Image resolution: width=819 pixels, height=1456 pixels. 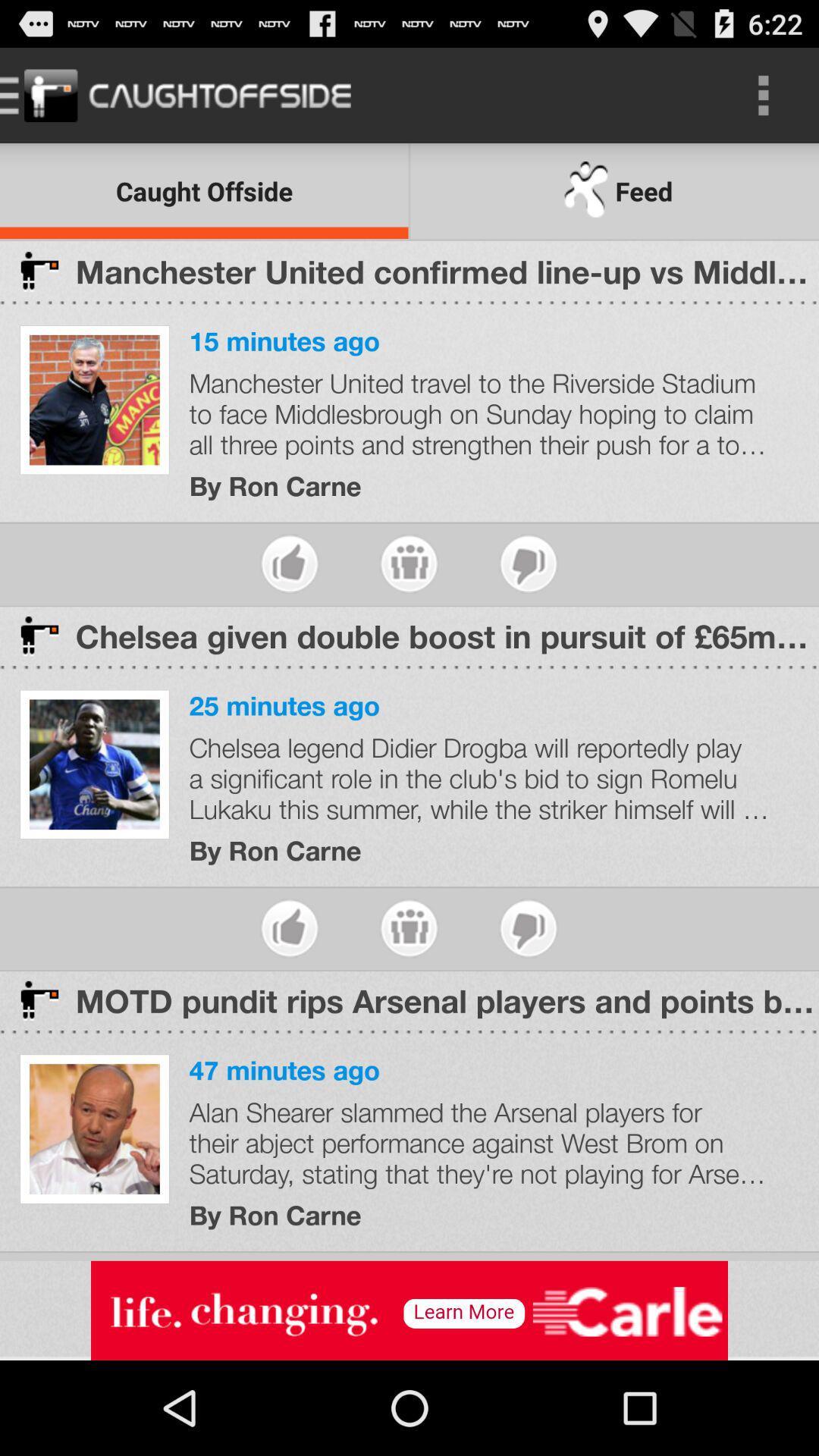 I want to click on share story, so click(x=408, y=563).